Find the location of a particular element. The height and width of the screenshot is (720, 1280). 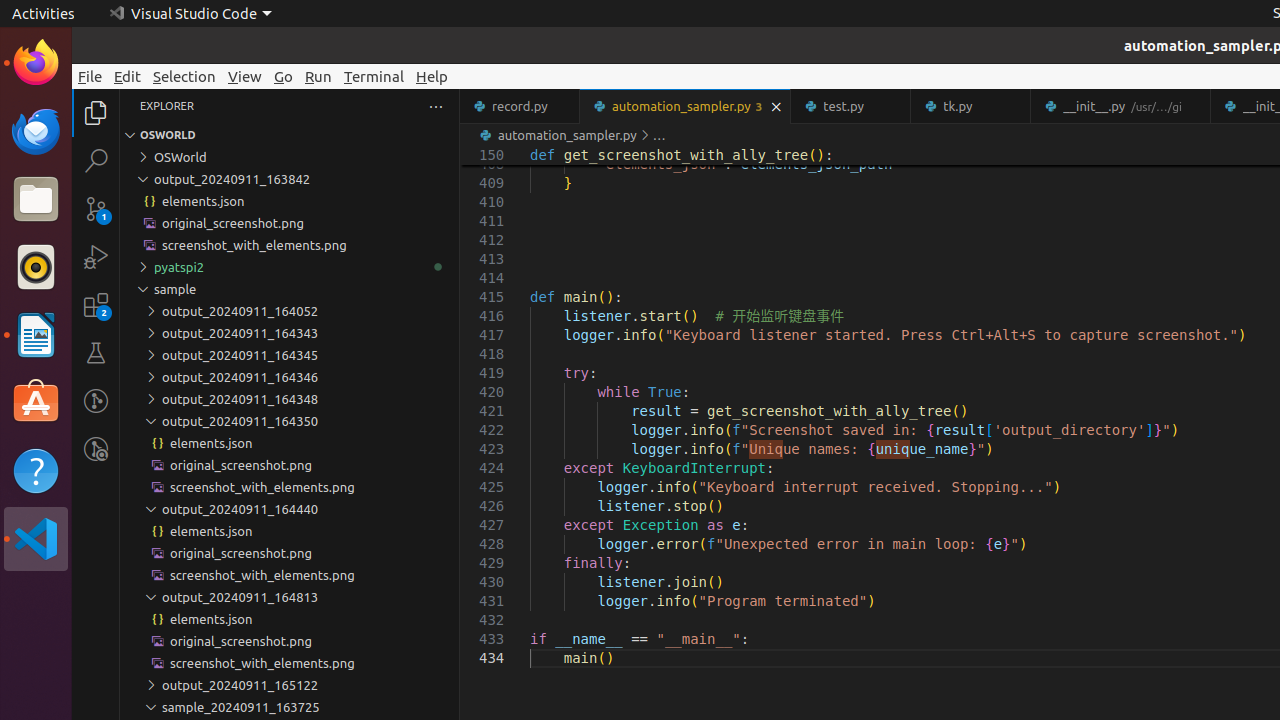

'Firefox Web Browser' is located at coordinates (35, 61).